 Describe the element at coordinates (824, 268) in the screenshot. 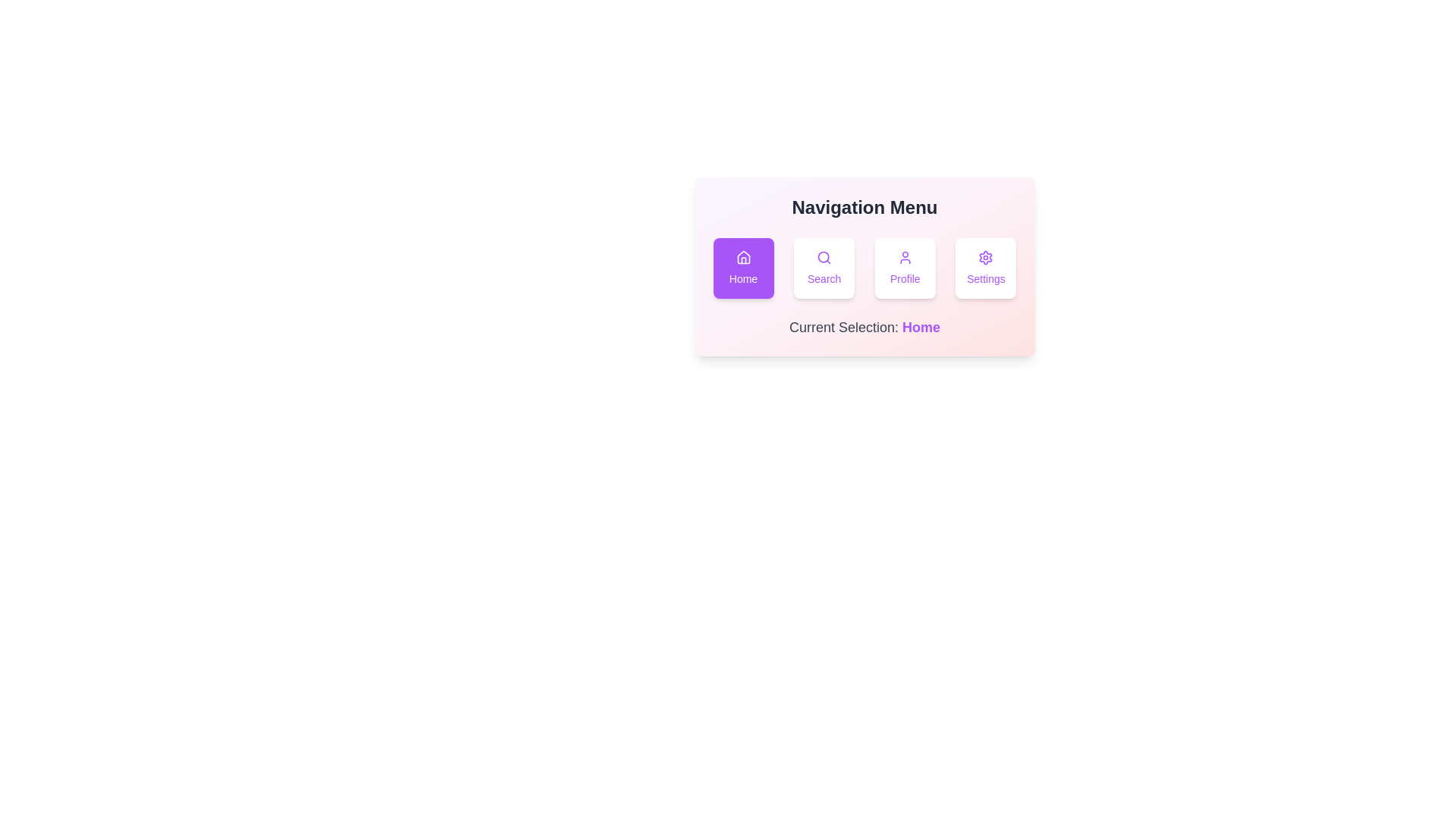

I see `the Search button to change the selection` at that location.